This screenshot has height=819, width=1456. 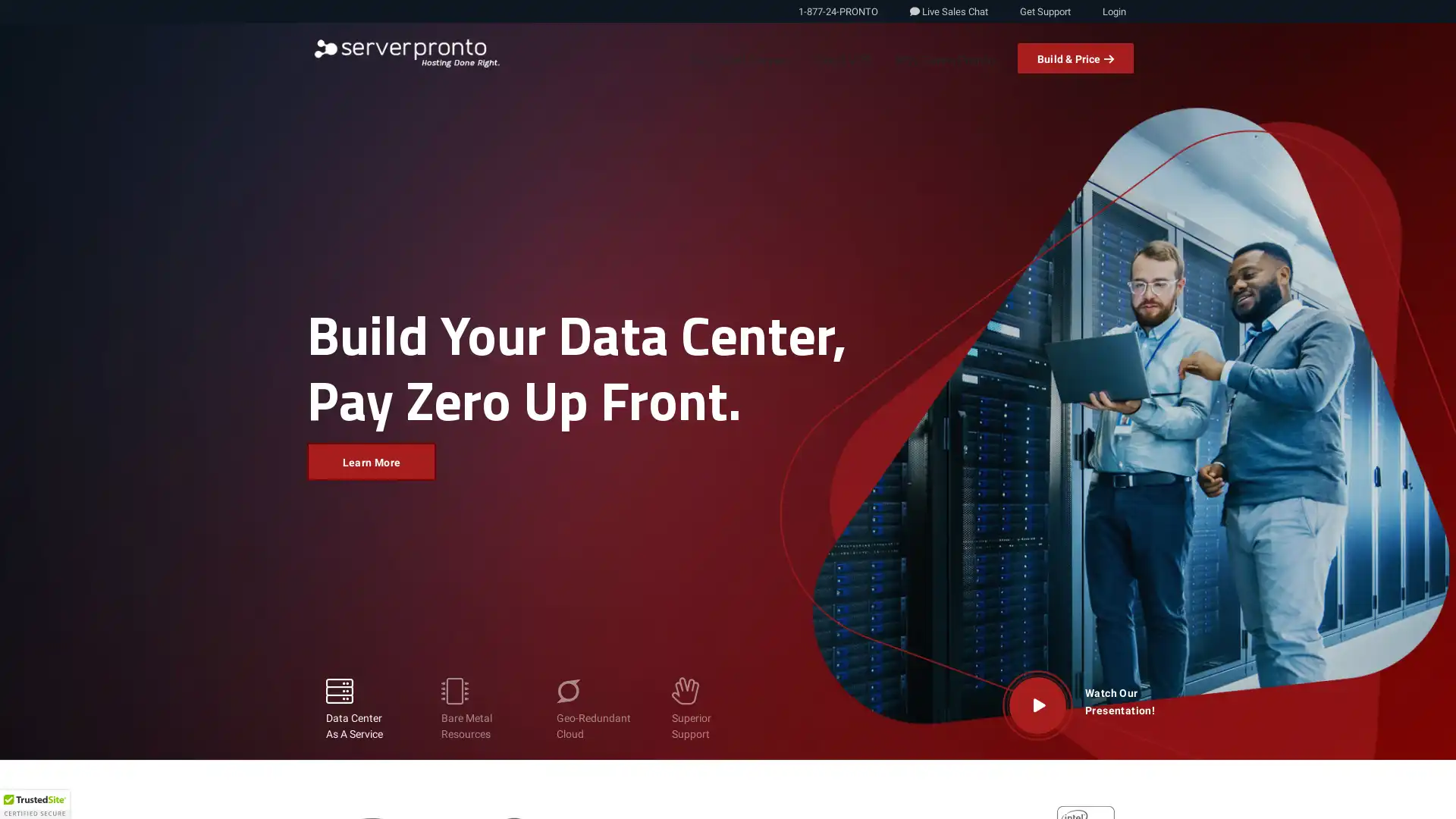 What do you see at coordinates (364, 710) in the screenshot?
I see `Data Center As A Service` at bounding box center [364, 710].